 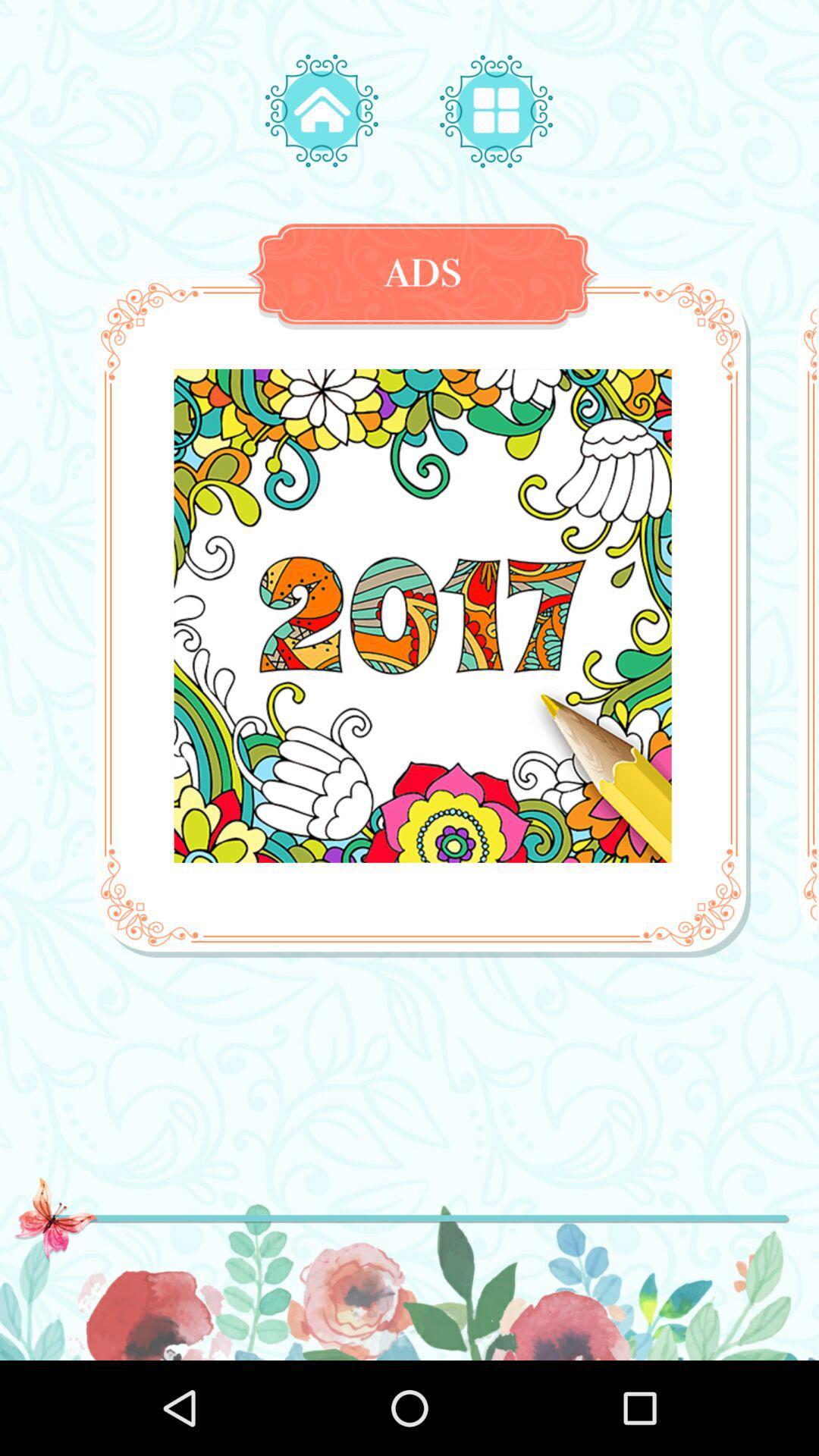 I want to click on the home icon, so click(x=321, y=110).